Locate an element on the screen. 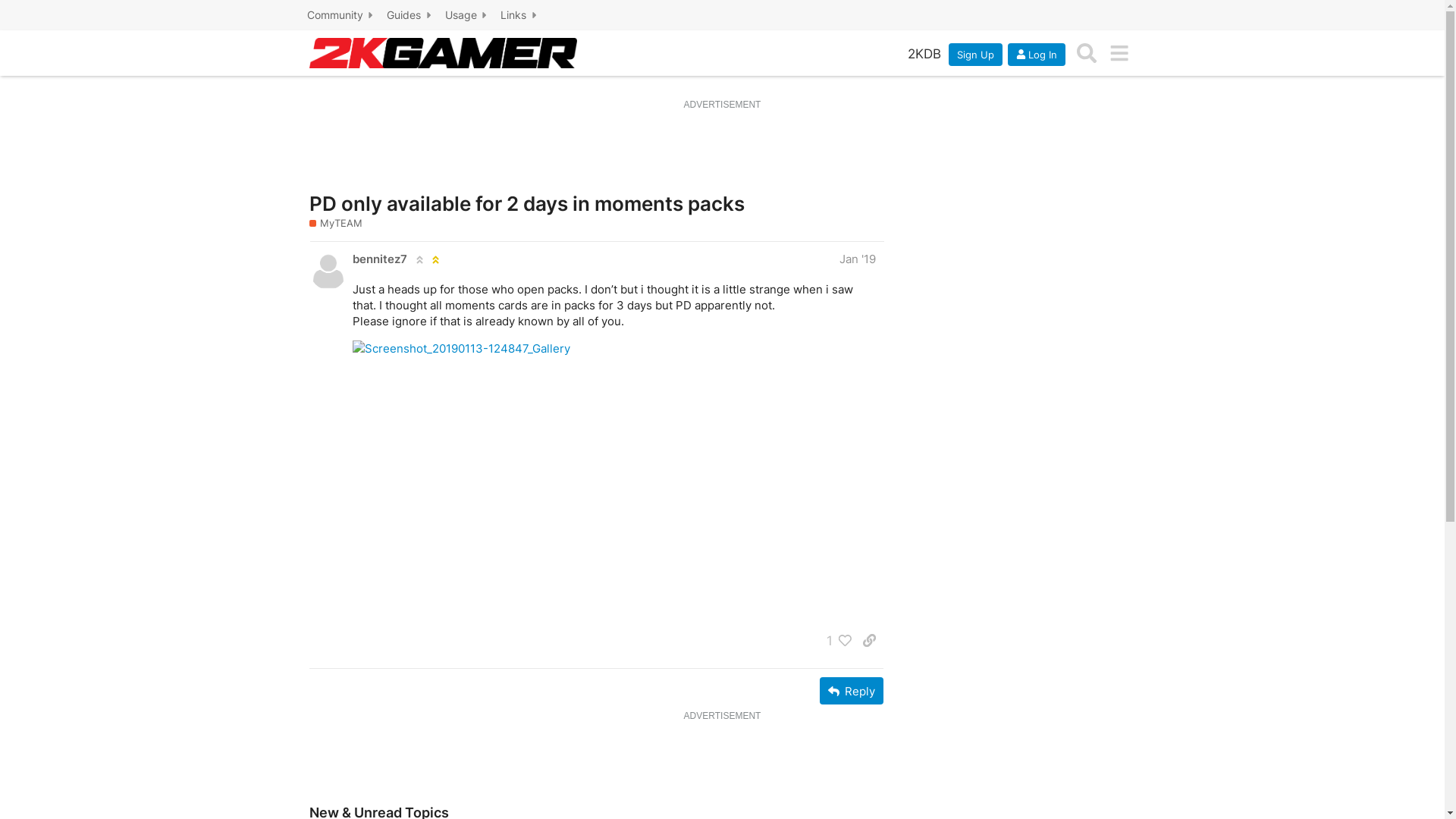 The image size is (1456, 819). '1' is located at coordinates (818, 640).